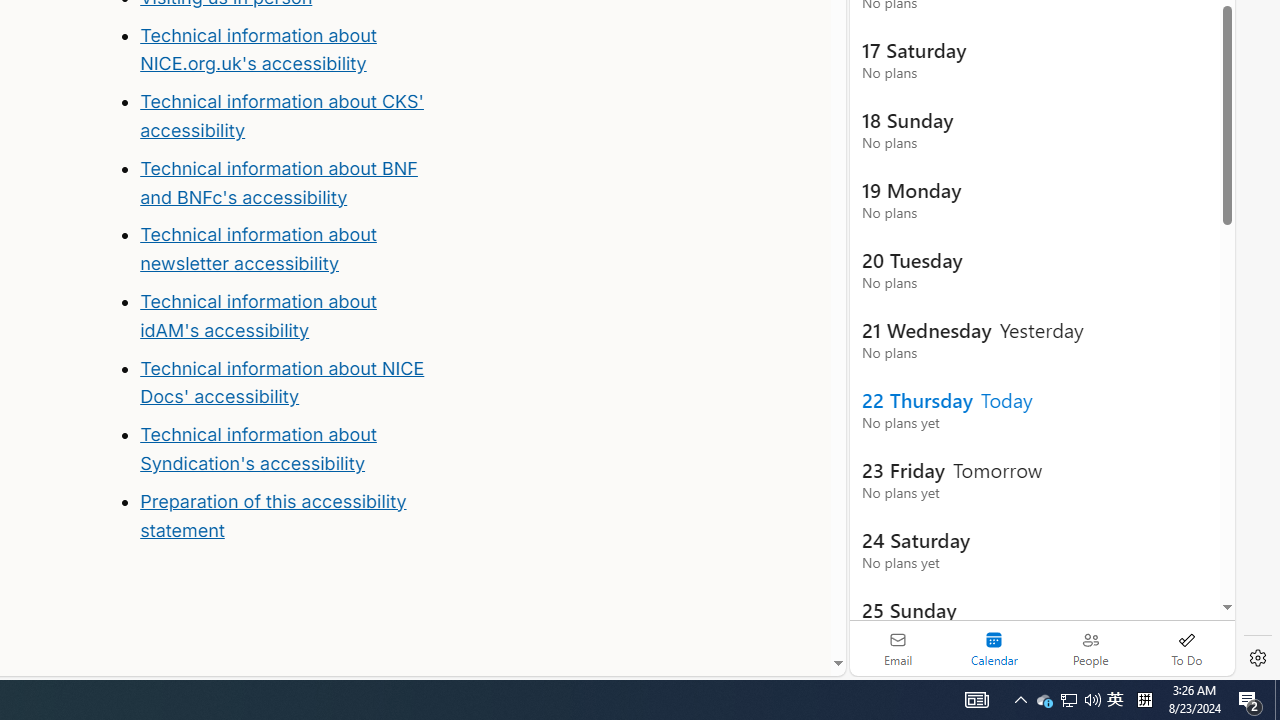 This screenshot has height=720, width=1280. What do you see at coordinates (278, 182) in the screenshot?
I see `'Technical information about BNF and BNFc'` at bounding box center [278, 182].